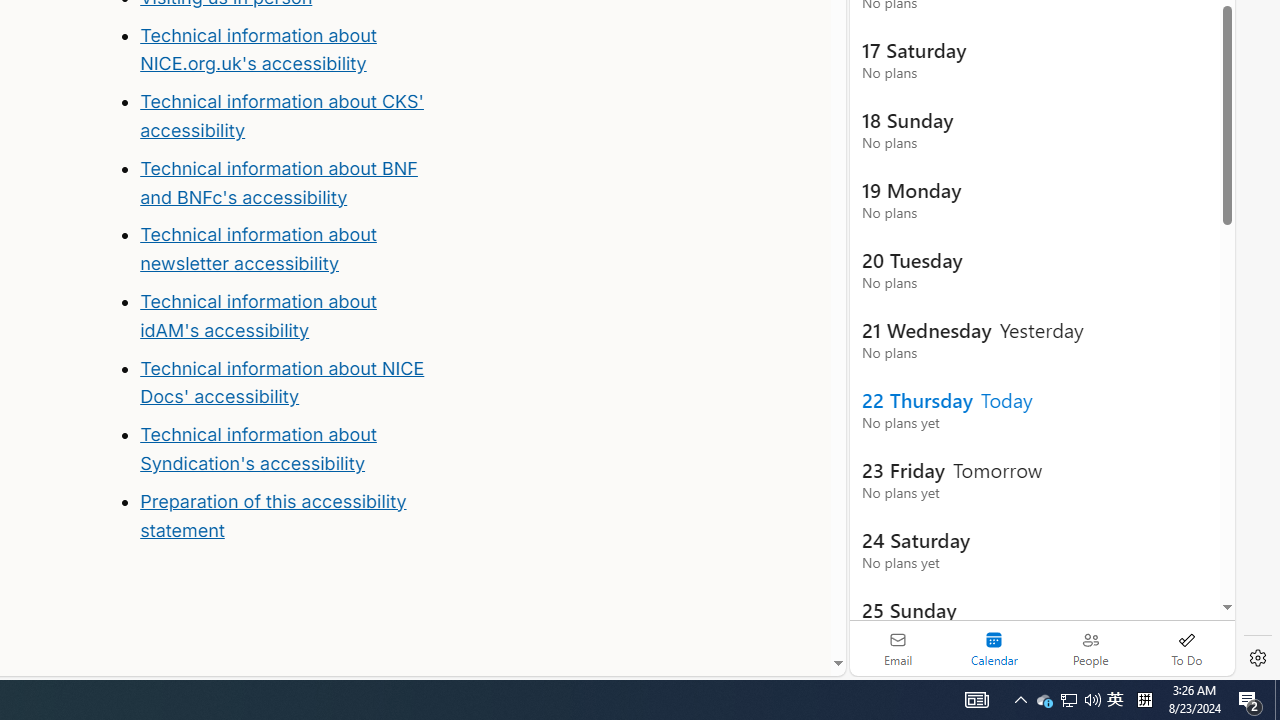 This screenshot has height=720, width=1280. What do you see at coordinates (278, 182) in the screenshot?
I see `'Technical information about BNF and BNFc'` at bounding box center [278, 182].